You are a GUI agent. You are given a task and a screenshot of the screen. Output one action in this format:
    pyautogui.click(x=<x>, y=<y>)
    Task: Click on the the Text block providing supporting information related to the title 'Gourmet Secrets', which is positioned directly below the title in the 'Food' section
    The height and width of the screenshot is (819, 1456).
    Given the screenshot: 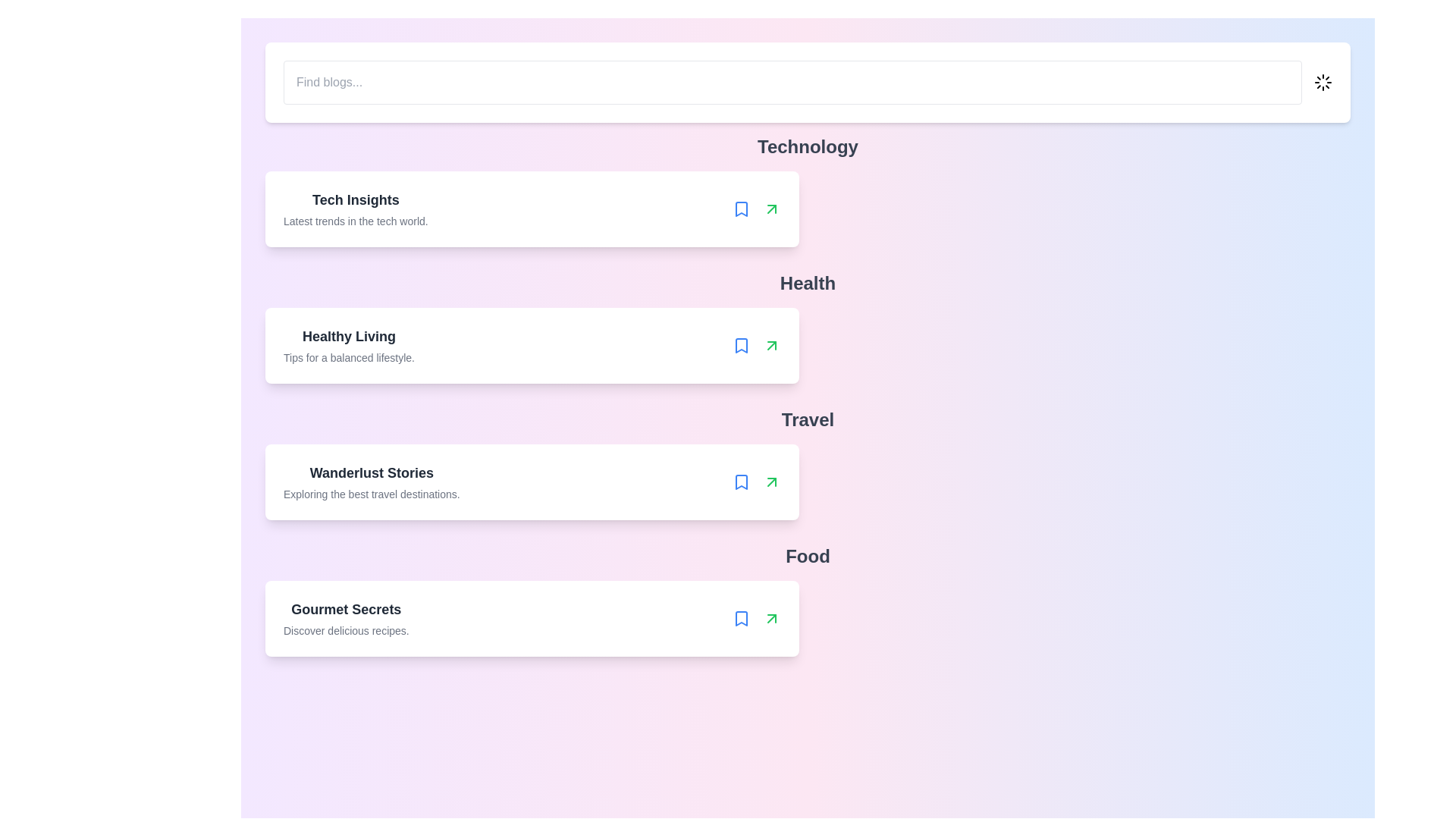 What is the action you would take?
    pyautogui.click(x=345, y=631)
    